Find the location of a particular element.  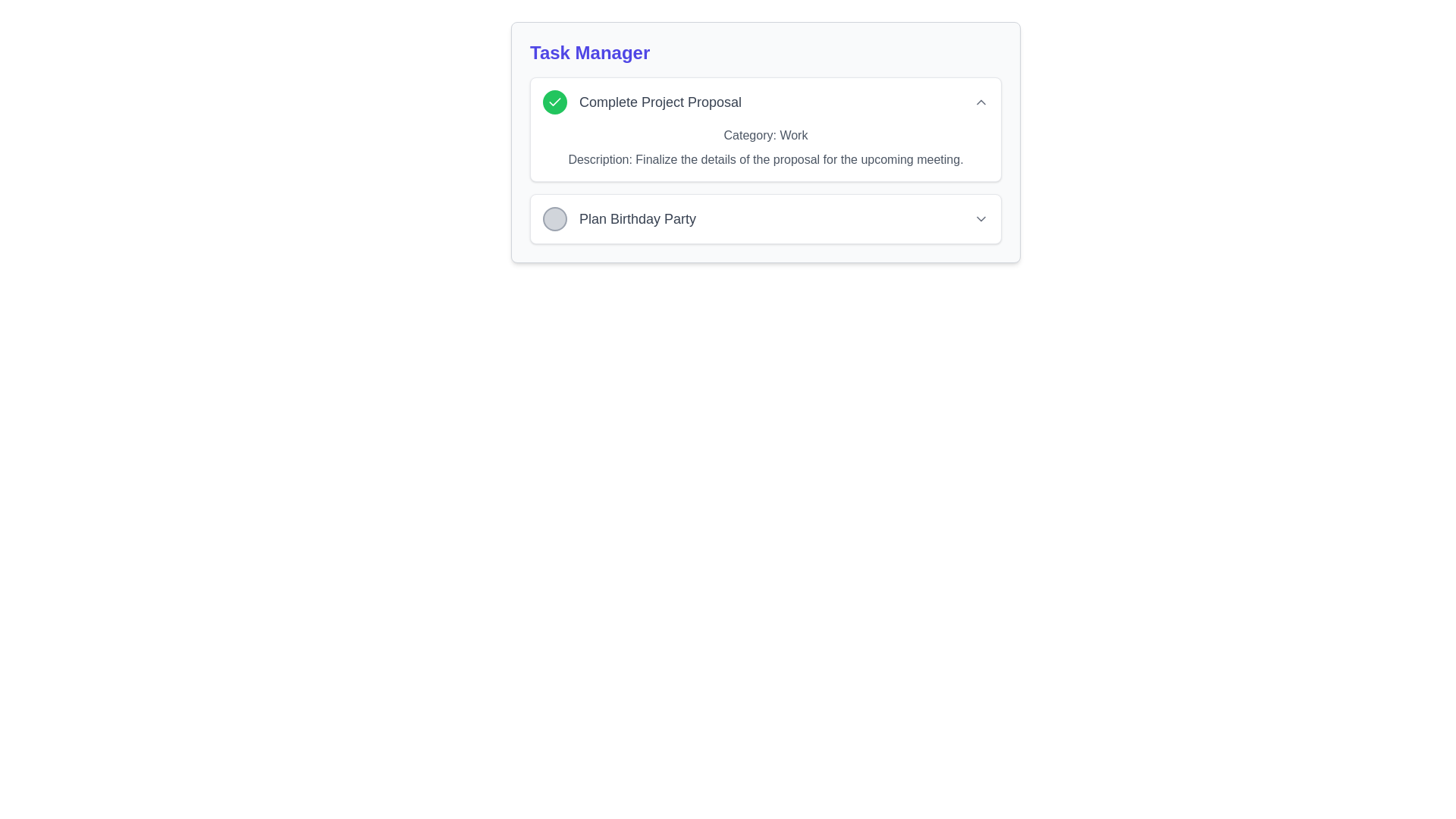

the text label that states 'Plan Birthday Party' within the 'Task Manager' section, which is the second task listed is located at coordinates (637, 219).